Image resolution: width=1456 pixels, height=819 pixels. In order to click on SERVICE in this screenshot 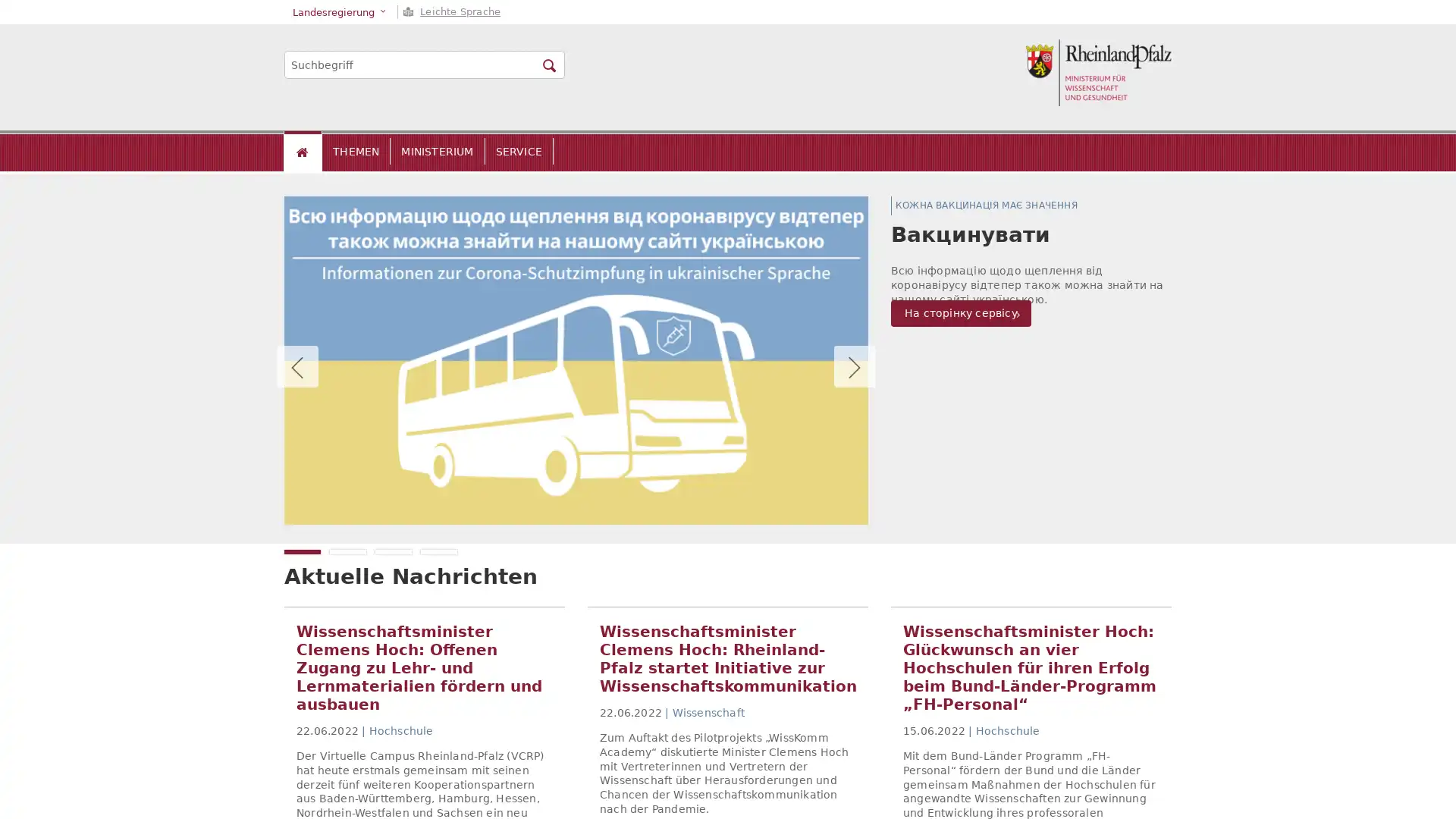, I will do `click(518, 152)`.